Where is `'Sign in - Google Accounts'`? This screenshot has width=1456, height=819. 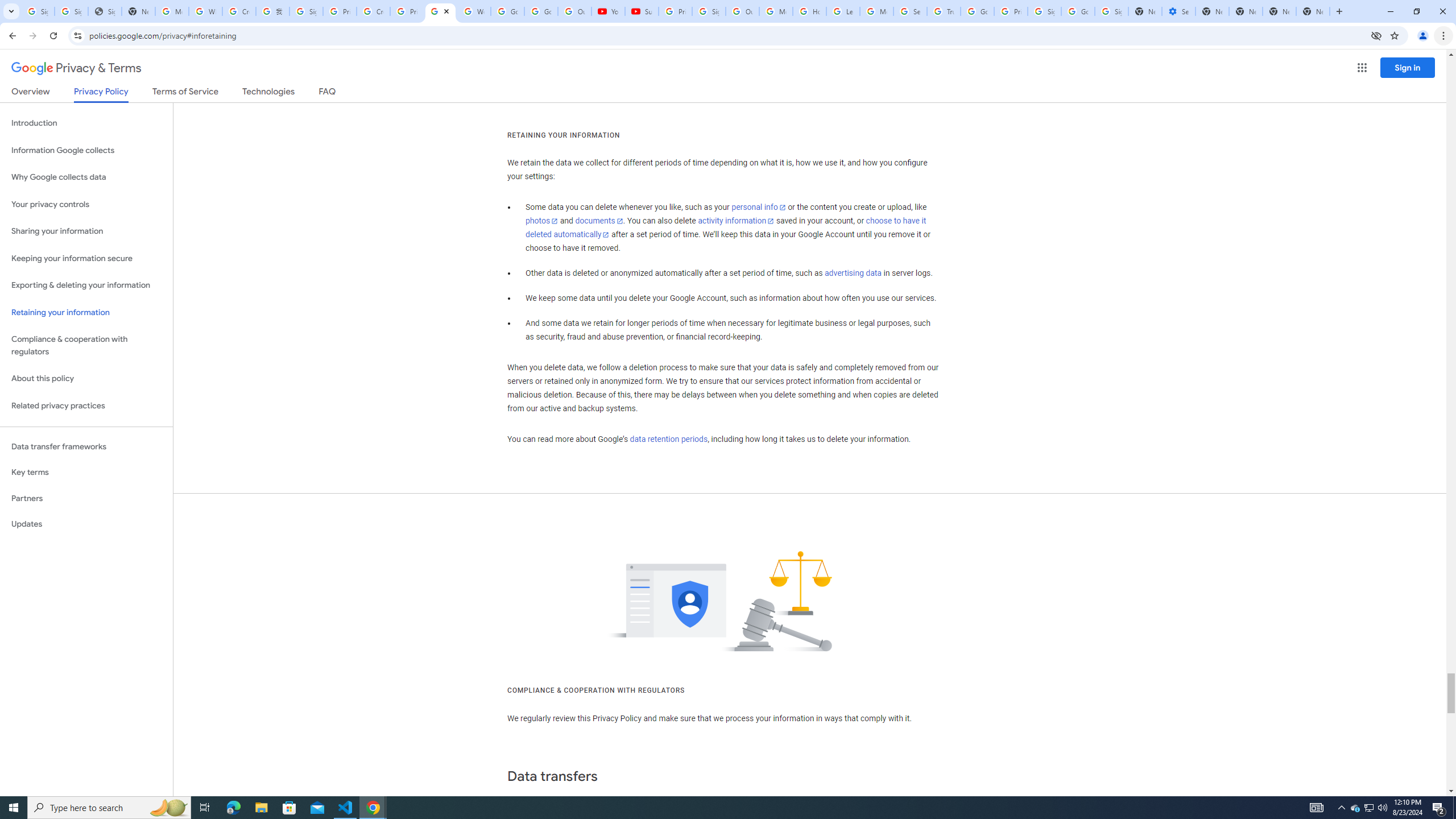 'Sign in - Google Accounts' is located at coordinates (37, 11).